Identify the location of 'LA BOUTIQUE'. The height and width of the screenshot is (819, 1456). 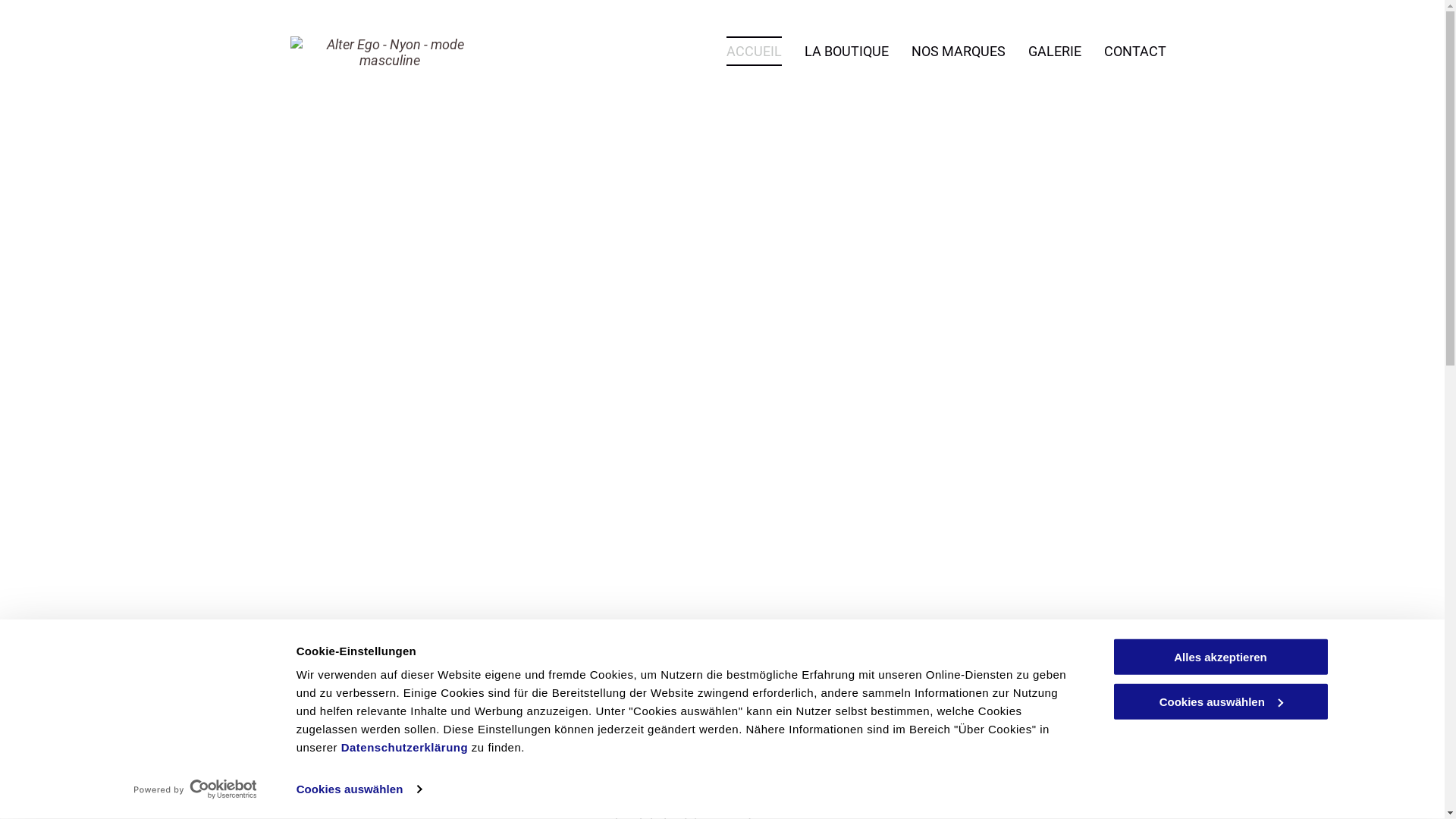
(845, 50).